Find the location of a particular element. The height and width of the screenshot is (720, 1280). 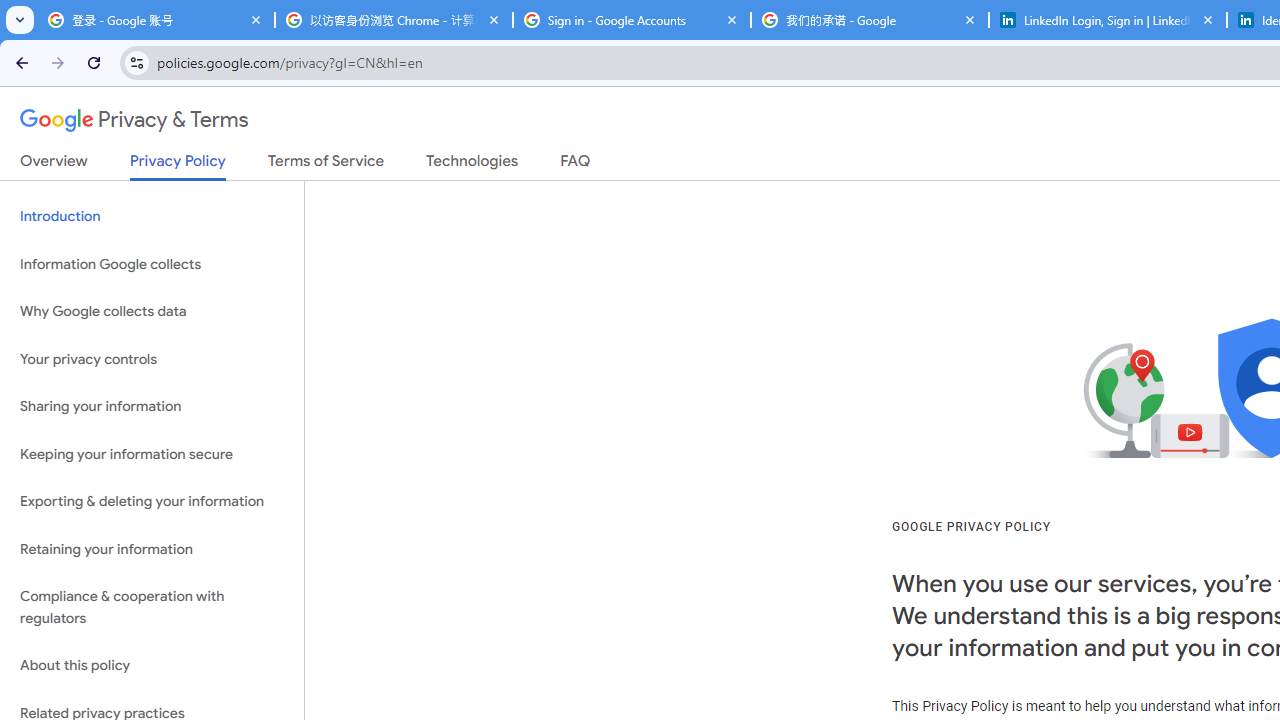

'LinkedIn Login, Sign in | LinkedIn' is located at coordinates (1107, 20).